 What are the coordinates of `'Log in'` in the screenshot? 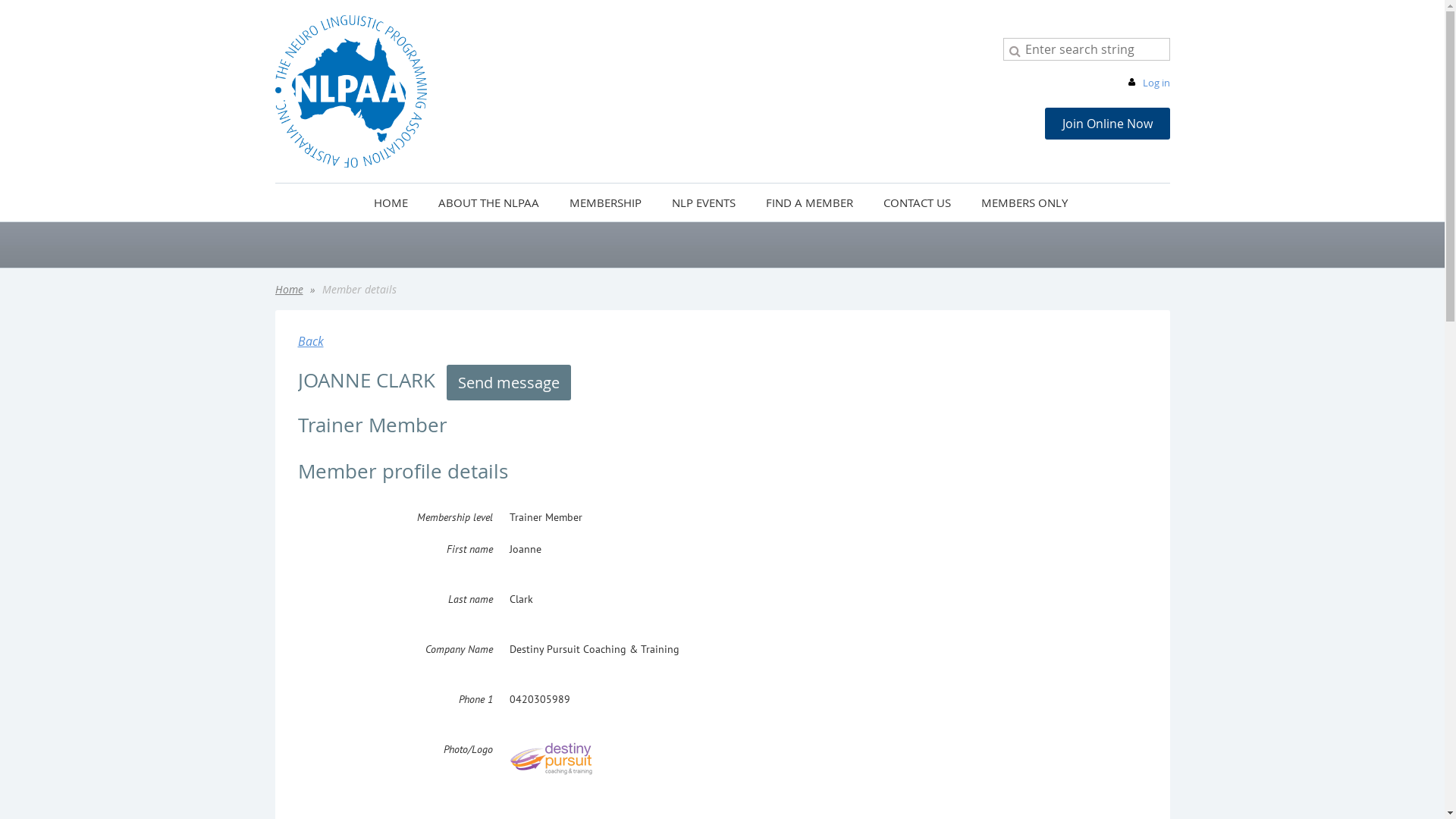 It's located at (1125, 82).